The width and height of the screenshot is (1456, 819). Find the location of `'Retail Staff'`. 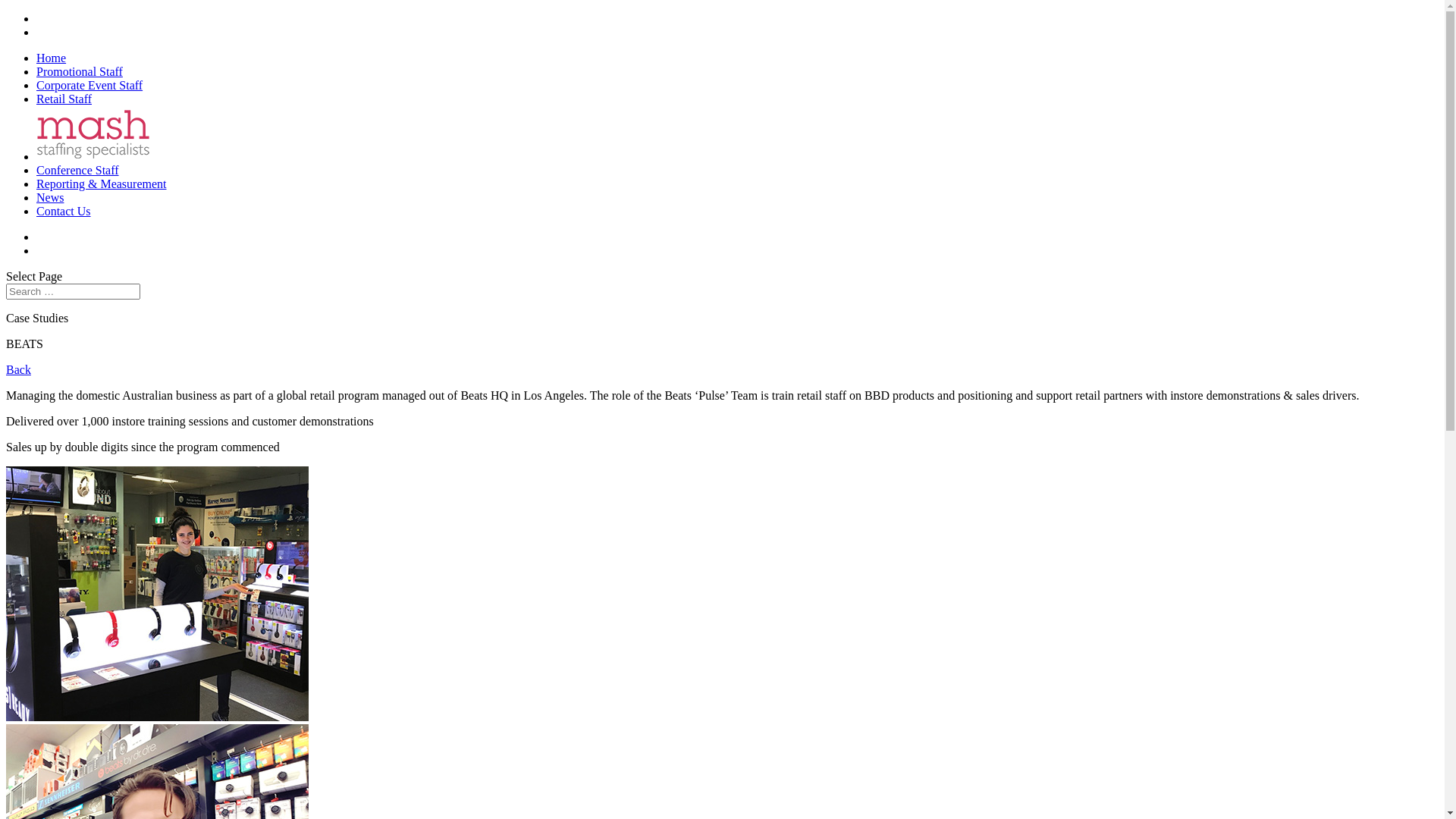

'Retail Staff' is located at coordinates (63, 99).